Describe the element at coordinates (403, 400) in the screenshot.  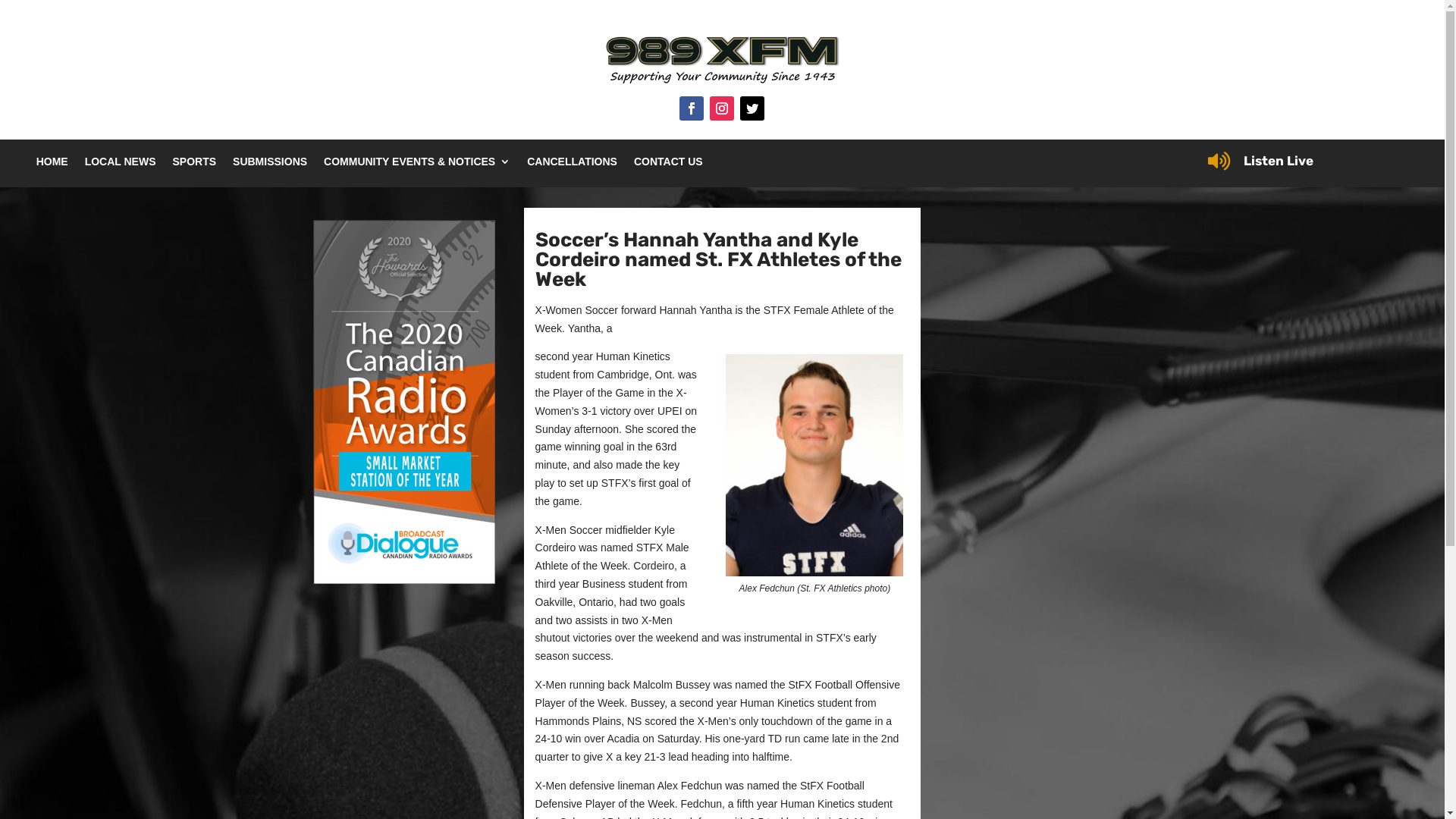
I see `'989_smallmarket-stationoftheyear2020award'` at that location.